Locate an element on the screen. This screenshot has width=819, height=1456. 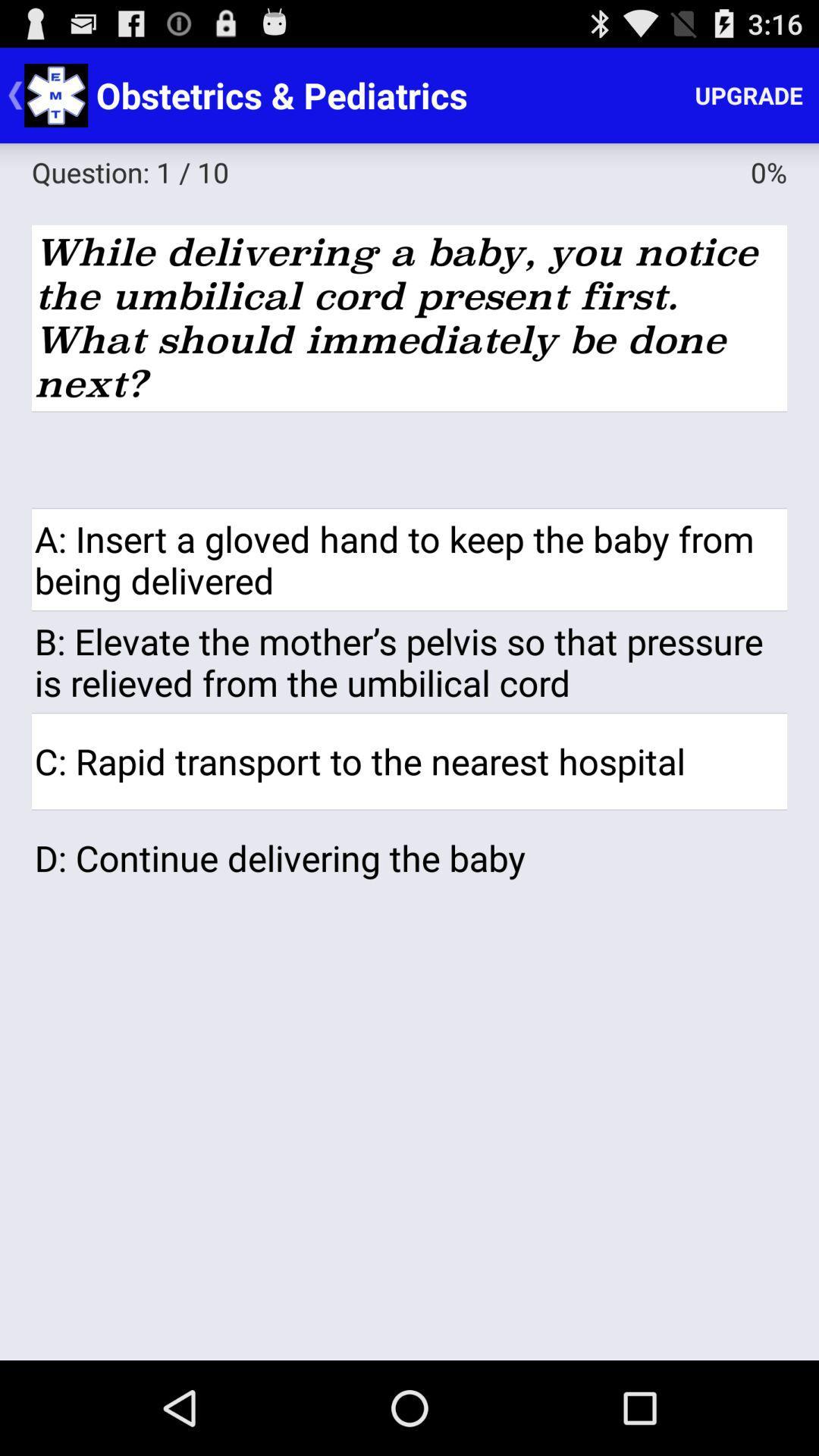
the icon below the question: 1 / 10 icon is located at coordinates (409, 317).